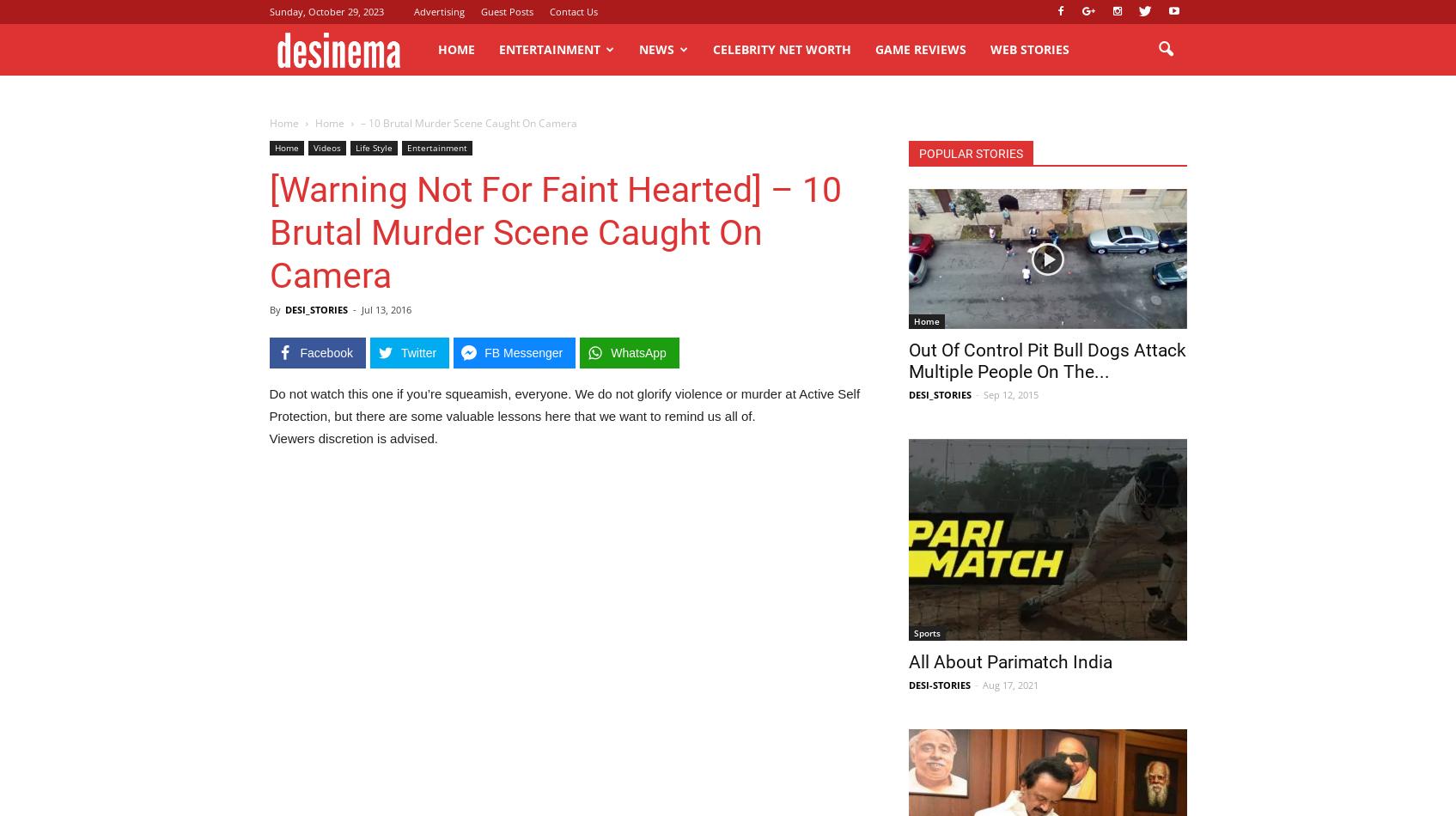 The image size is (1456, 816). Describe the element at coordinates (981, 393) in the screenshot. I see `'Sep 12, 2015'` at that location.